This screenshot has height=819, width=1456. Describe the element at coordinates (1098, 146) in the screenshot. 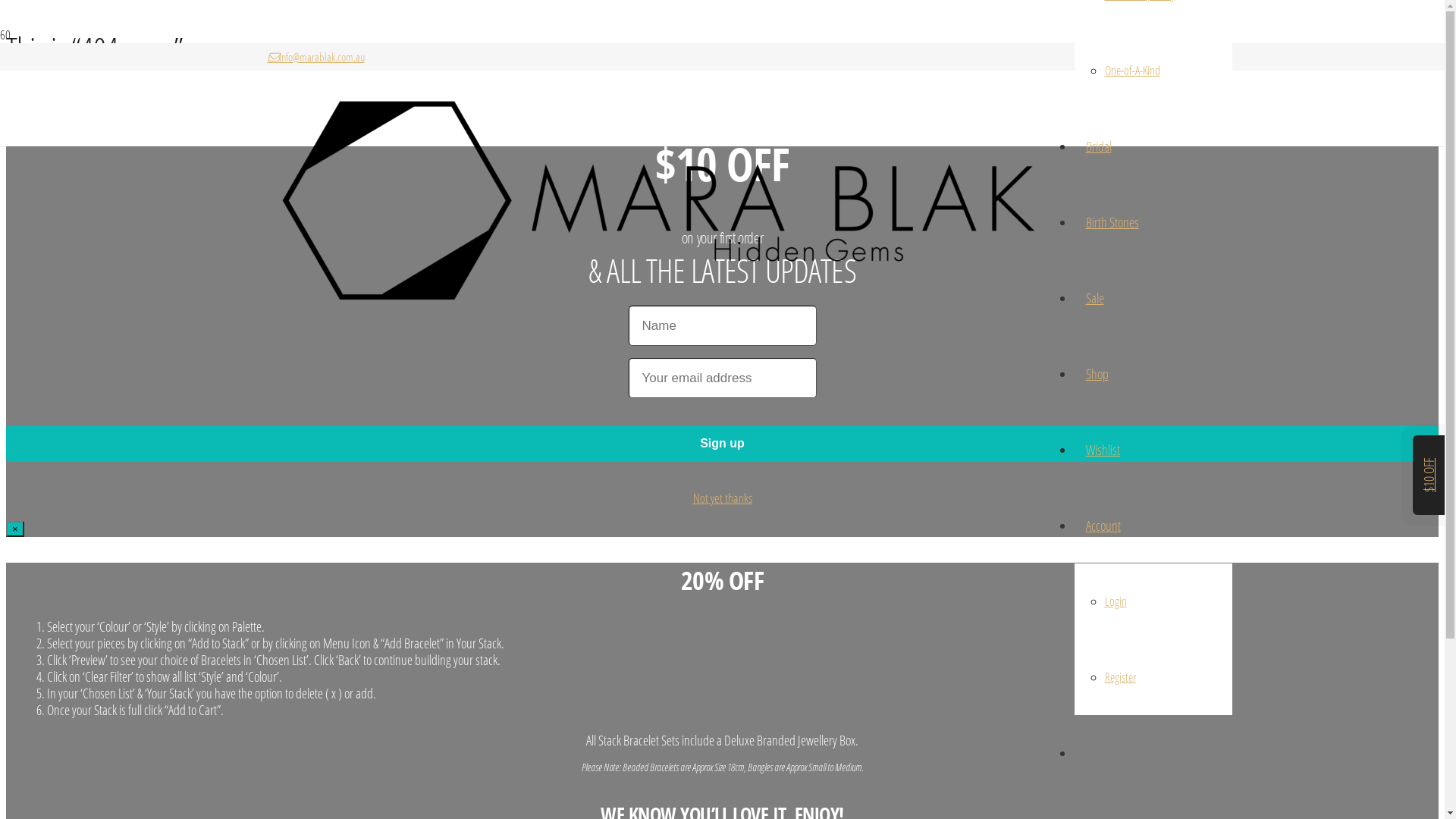

I see `'Bridal'` at that location.